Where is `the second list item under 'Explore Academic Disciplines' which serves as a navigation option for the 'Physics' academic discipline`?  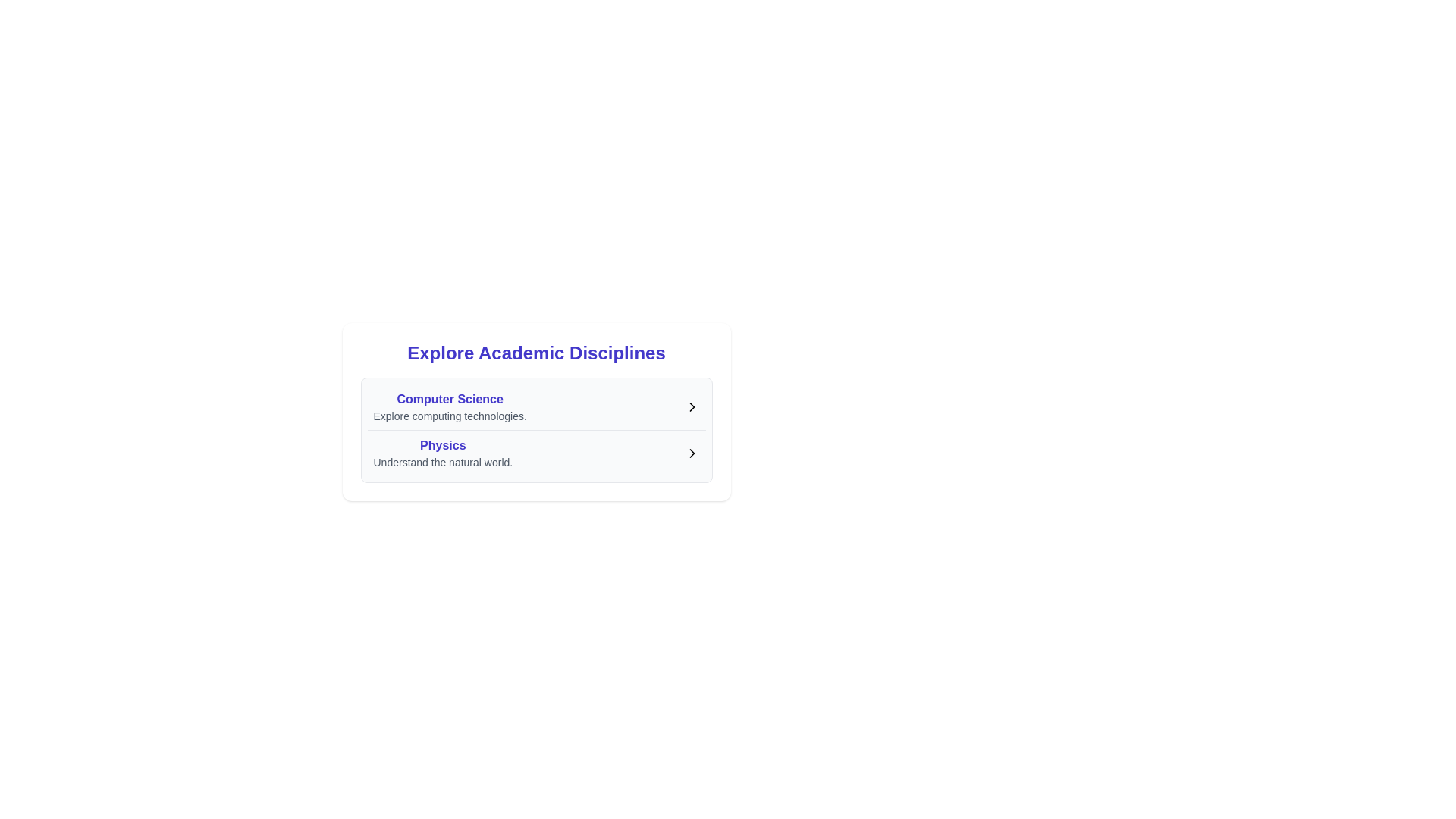
the second list item under 'Explore Academic Disciplines' which serves as a navigation option for the 'Physics' academic discipline is located at coordinates (536, 452).